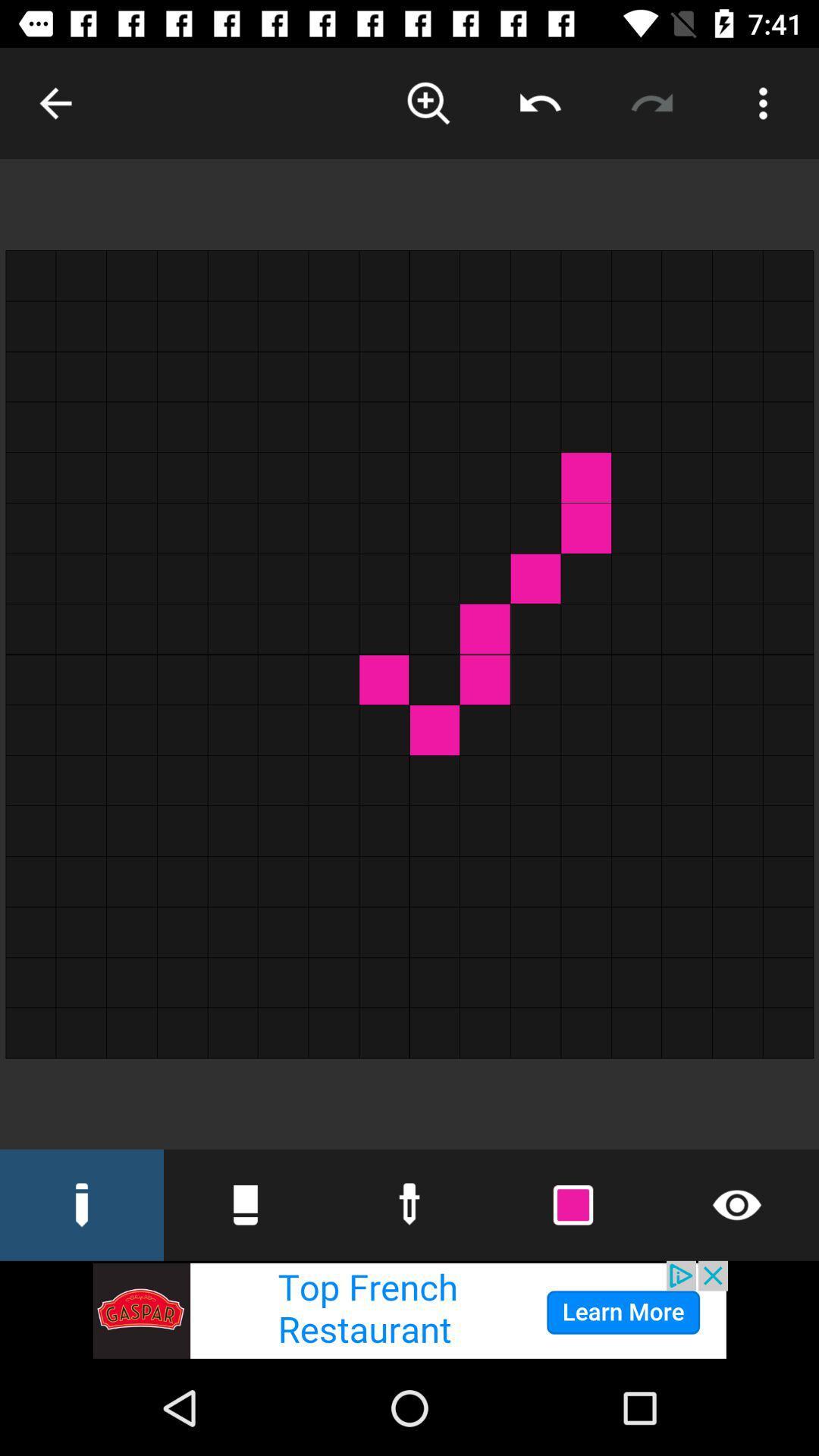 The image size is (819, 1456). I want to click on redo, so click(651, 102).